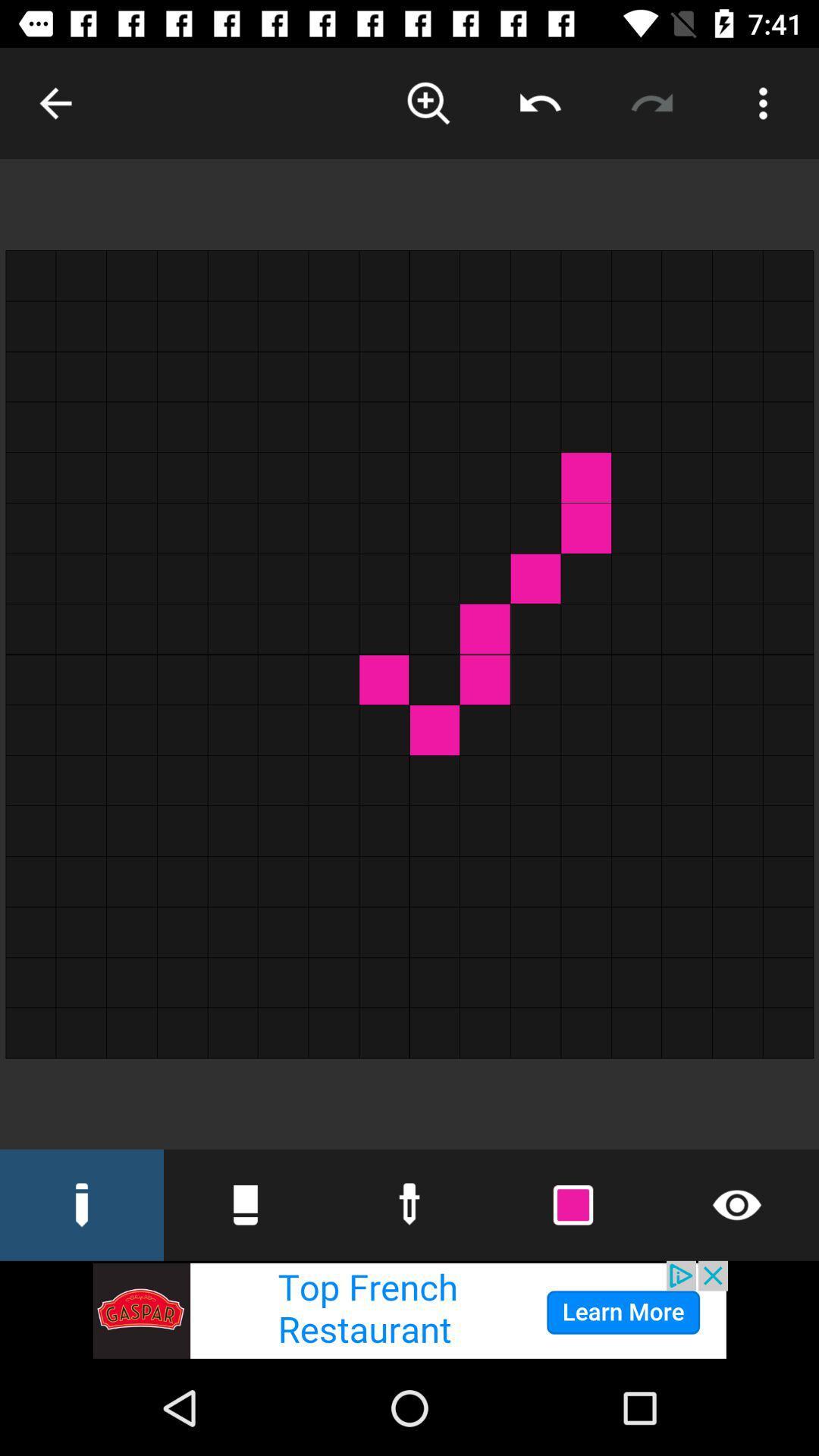 The image size is (819, 1456). I want to click on redo, so click(651, 102).